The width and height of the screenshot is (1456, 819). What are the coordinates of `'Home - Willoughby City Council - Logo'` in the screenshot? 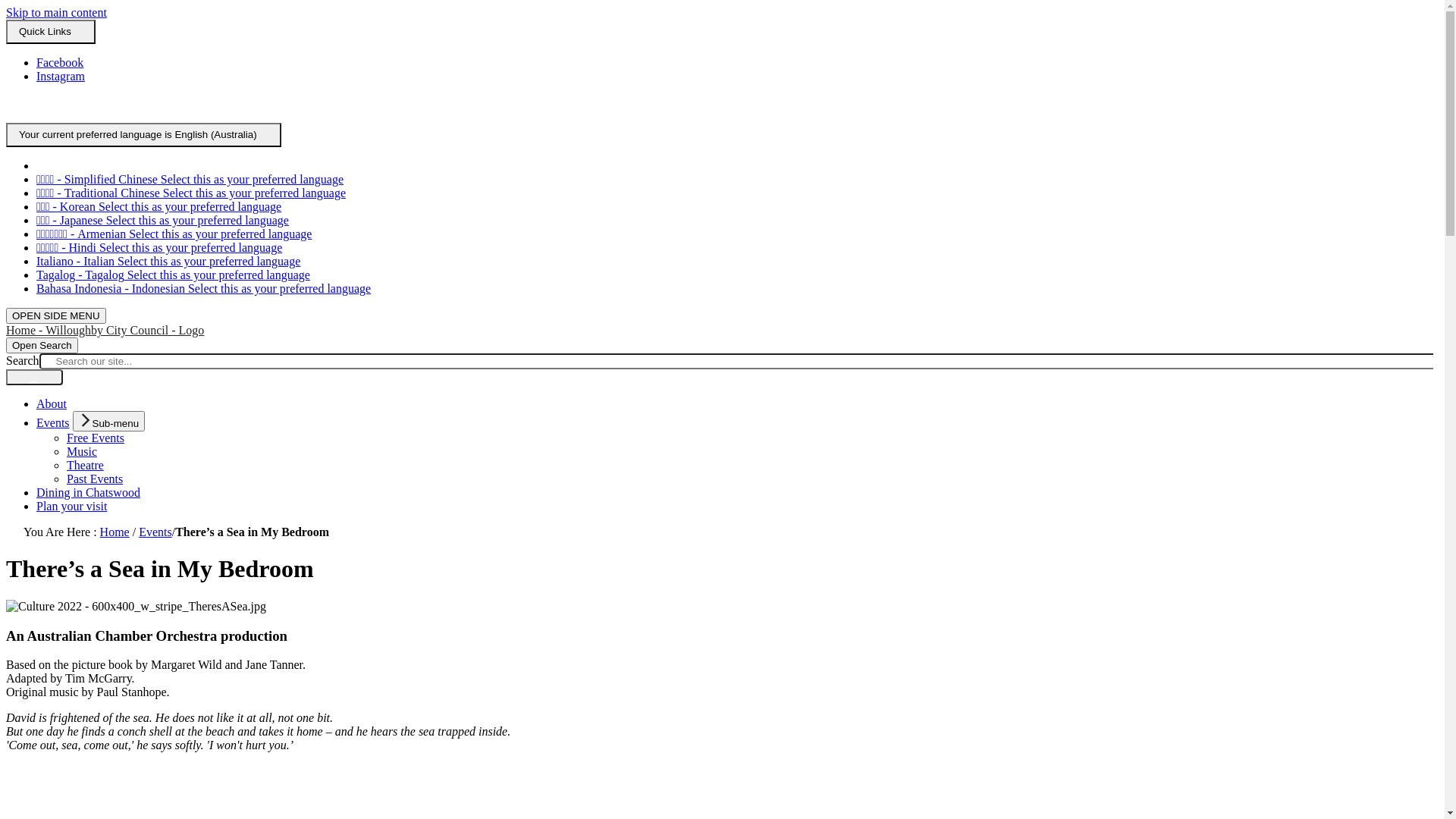 It's located at (104, 329).